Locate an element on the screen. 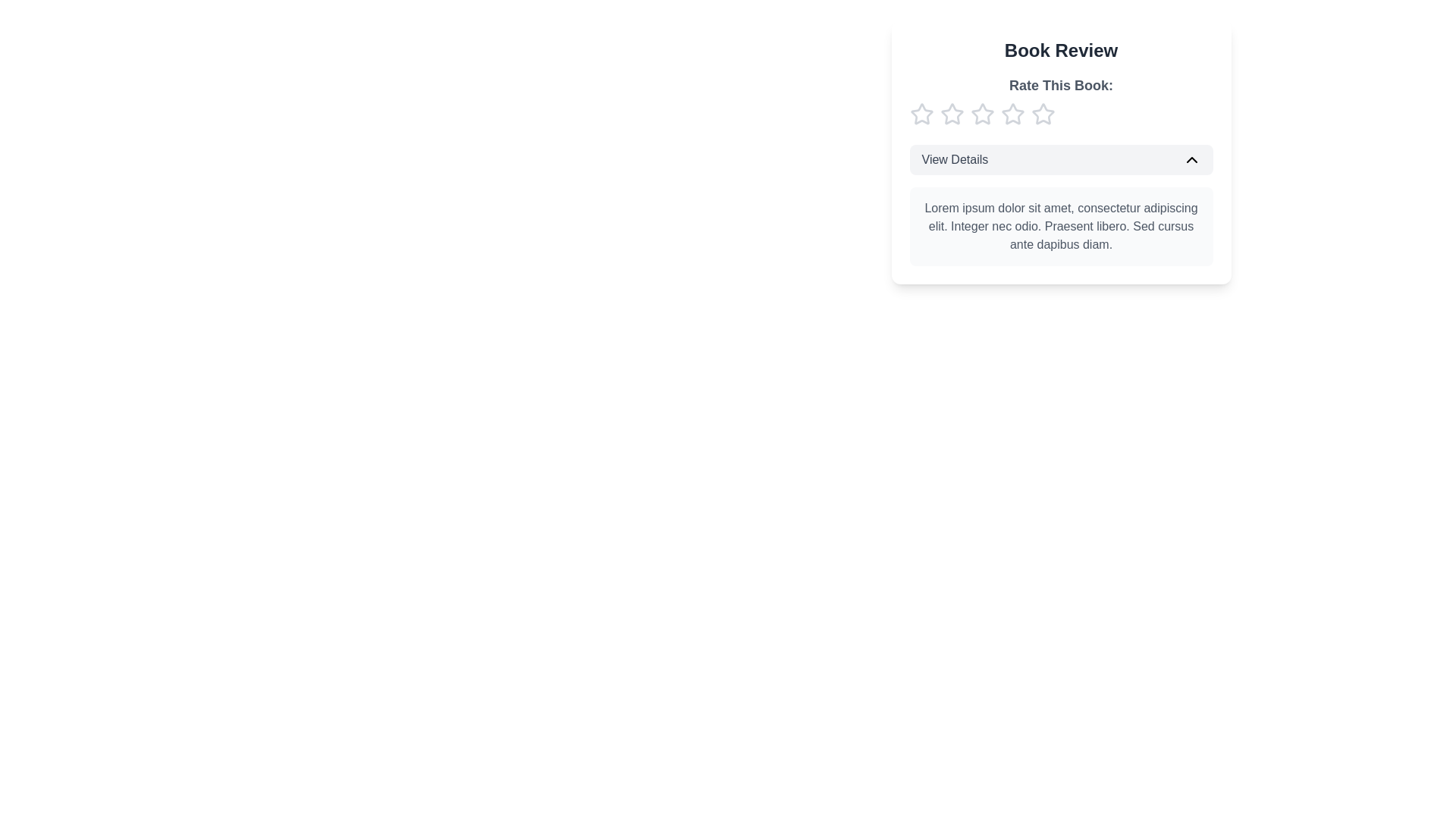 This screenshot has height=819, width=1456. the first star in the rating system to record a one star rating for the book in the 'Book Review' section is located at coordinates (921, 113).